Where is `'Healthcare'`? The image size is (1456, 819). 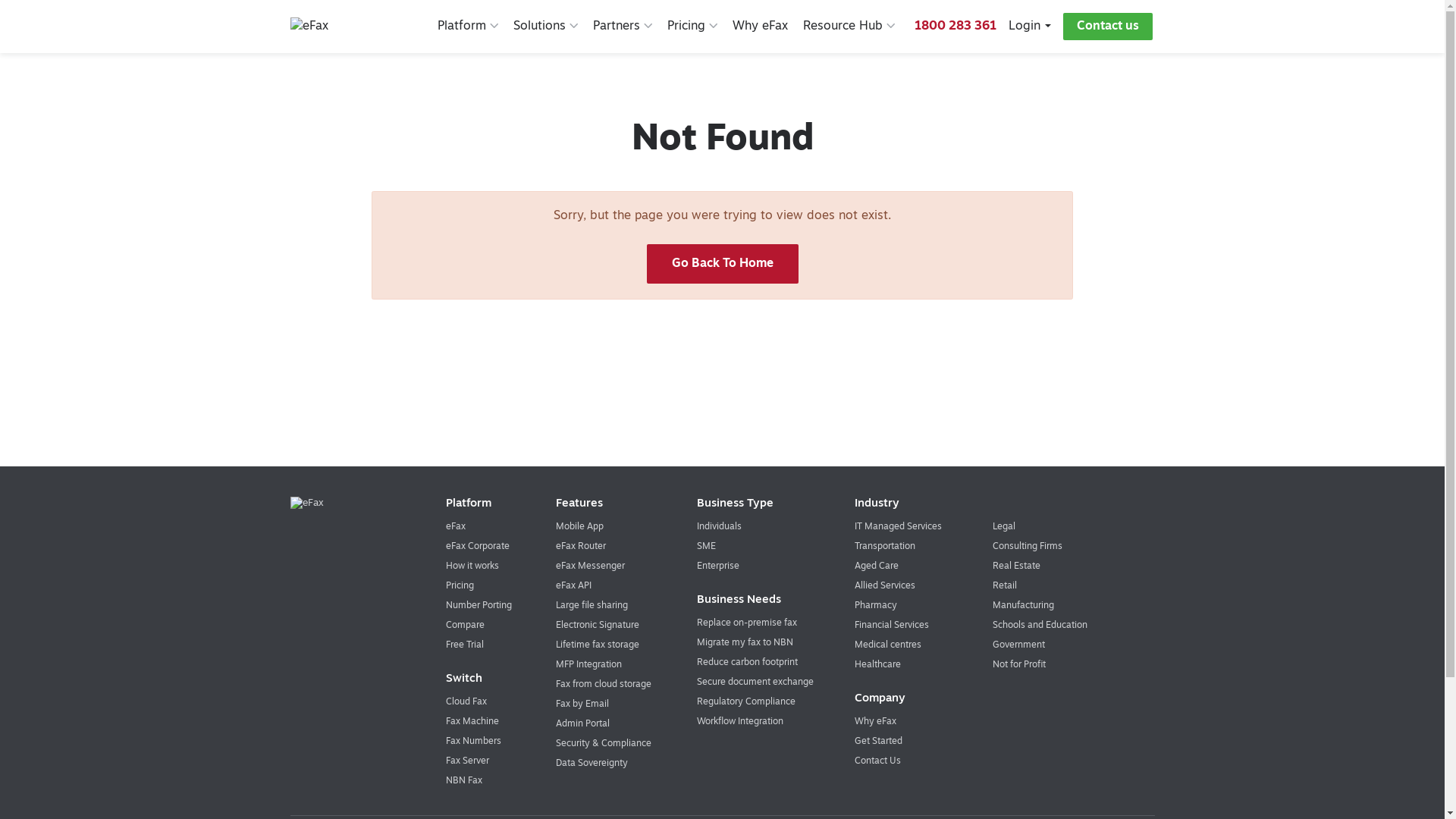 'Healthcare' is located at coordinates (877, 664).